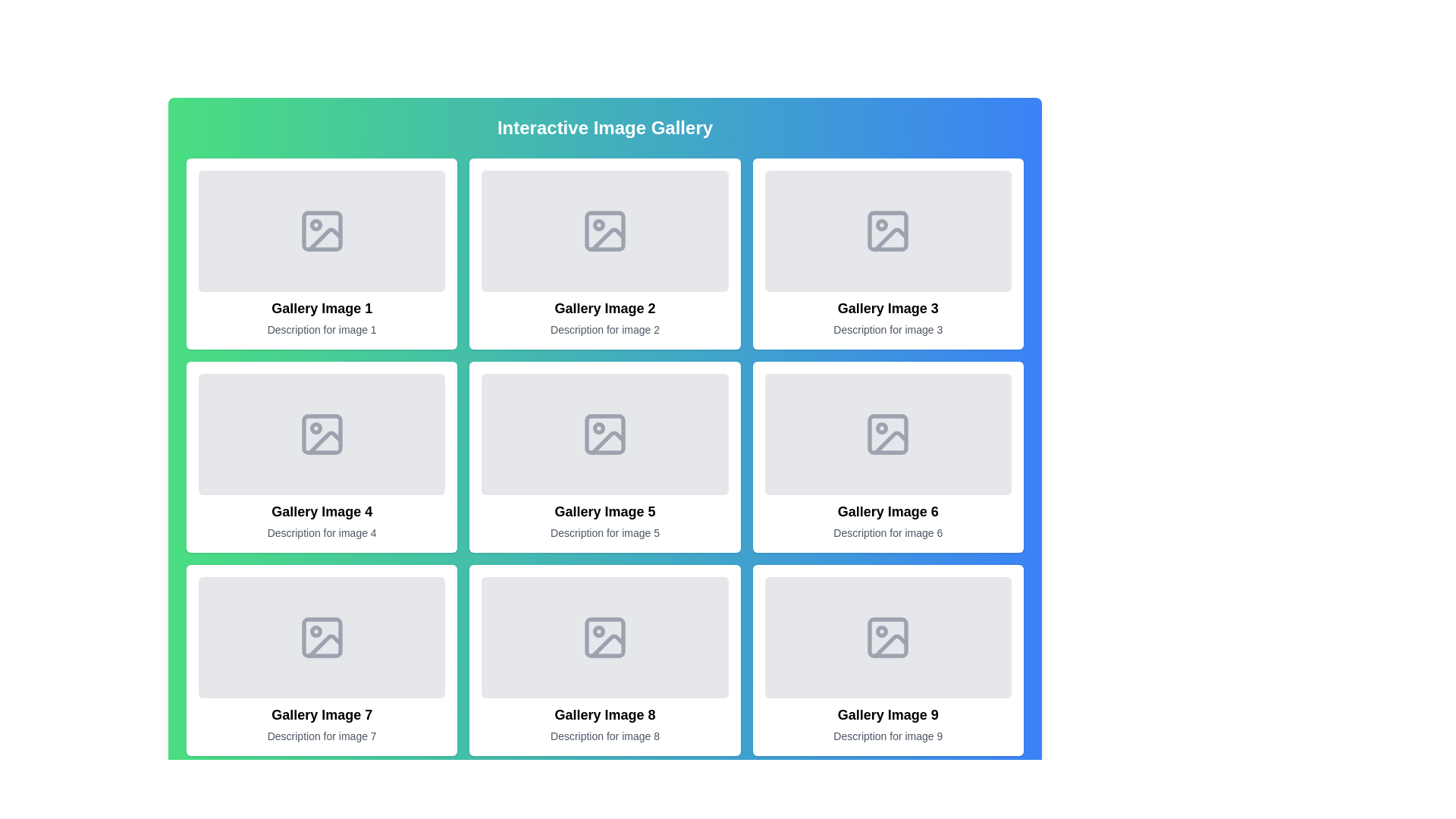  Describe the element at coordinates (321, 231) in the screenshot. I see `the gallery image icon located in the top-left corner of the grid, above the text 'Gallery Image 1'` at that location.